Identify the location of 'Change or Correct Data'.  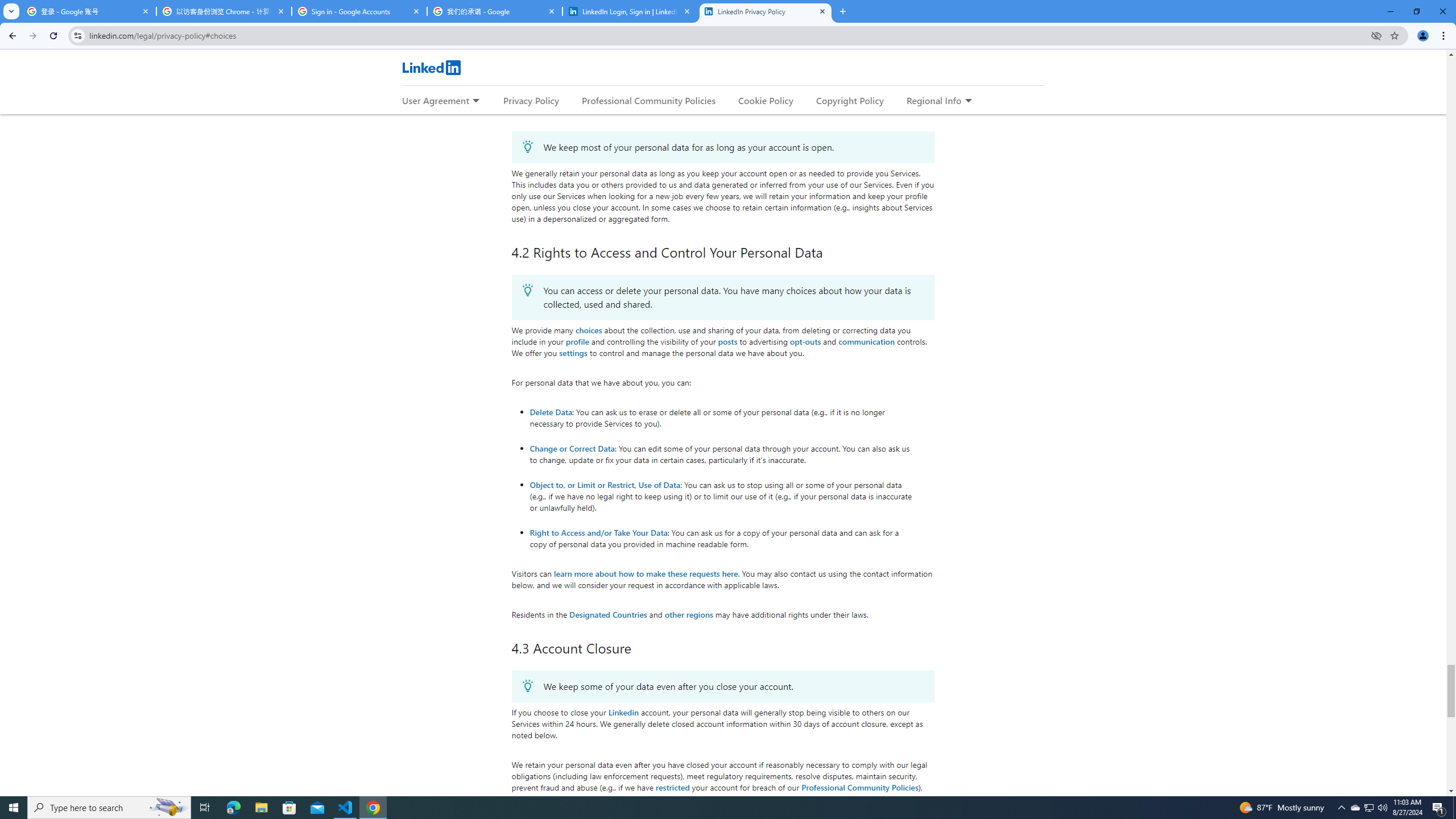
(572, 447).